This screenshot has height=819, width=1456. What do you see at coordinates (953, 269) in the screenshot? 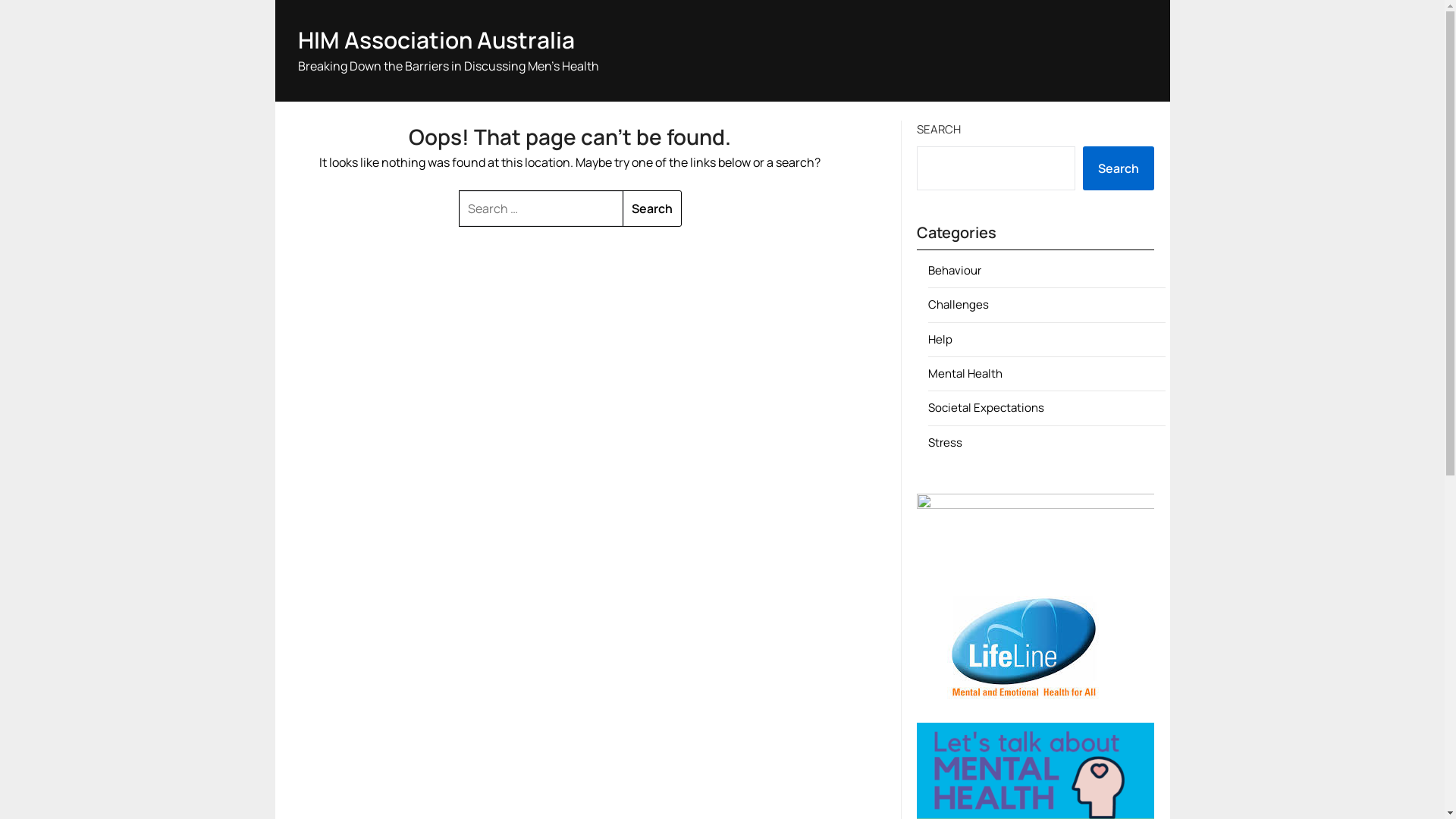
I see `'Behaviour'` at bounding box center [953, 269].